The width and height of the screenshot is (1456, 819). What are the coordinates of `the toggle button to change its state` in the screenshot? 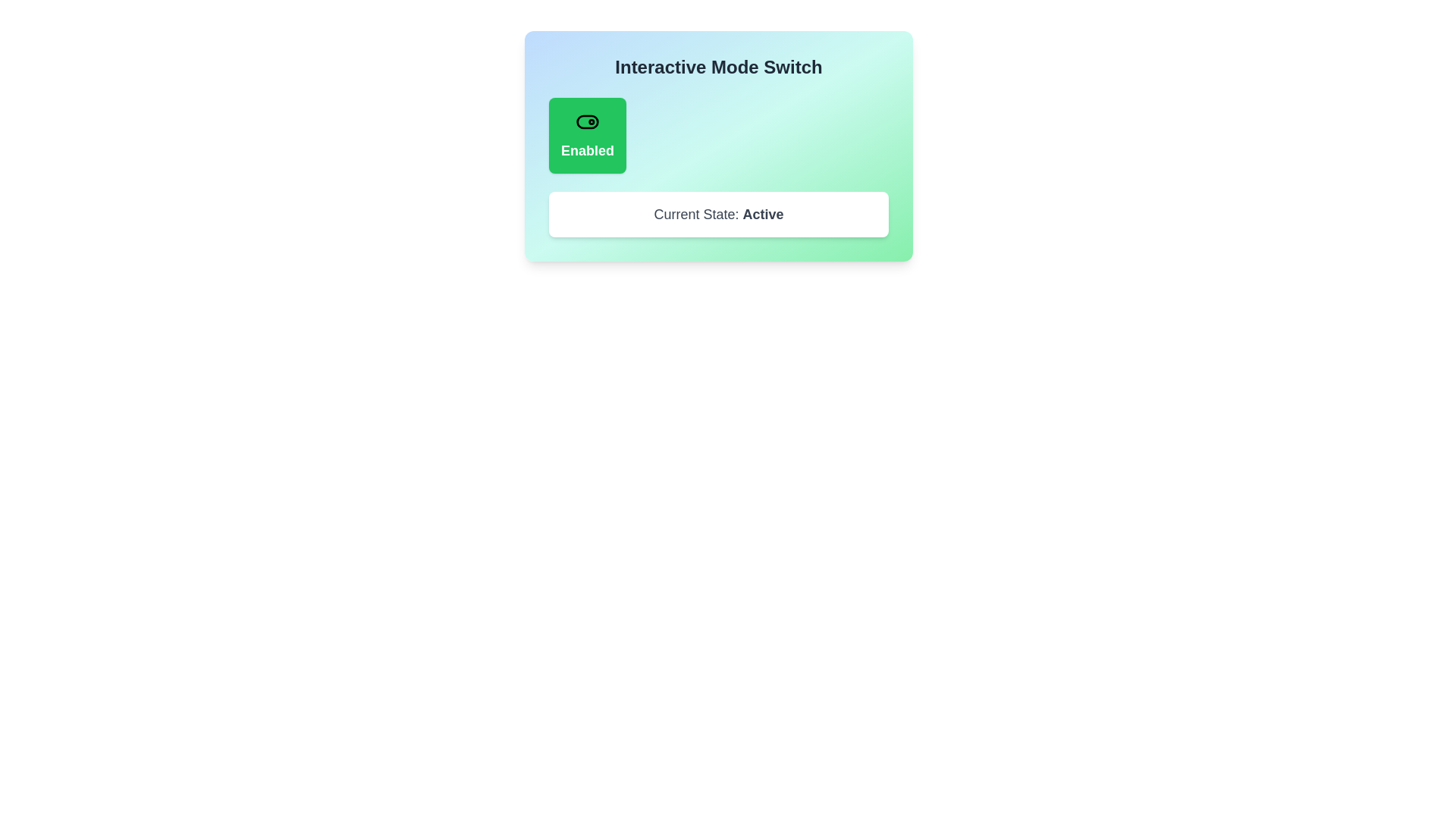 It's located at (586, 134).